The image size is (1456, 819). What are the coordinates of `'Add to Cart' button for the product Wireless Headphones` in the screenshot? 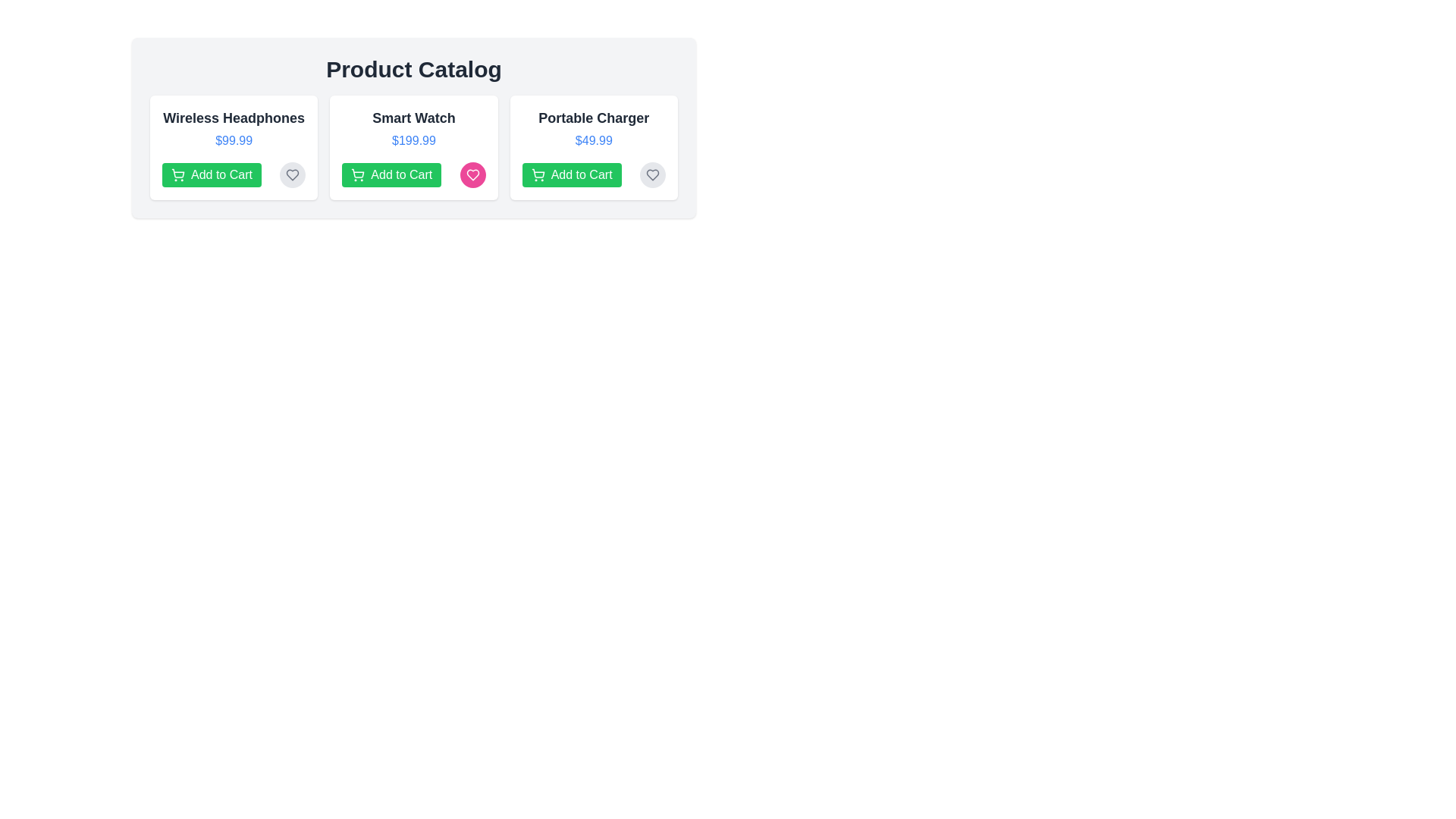 It's located at (210, 174).